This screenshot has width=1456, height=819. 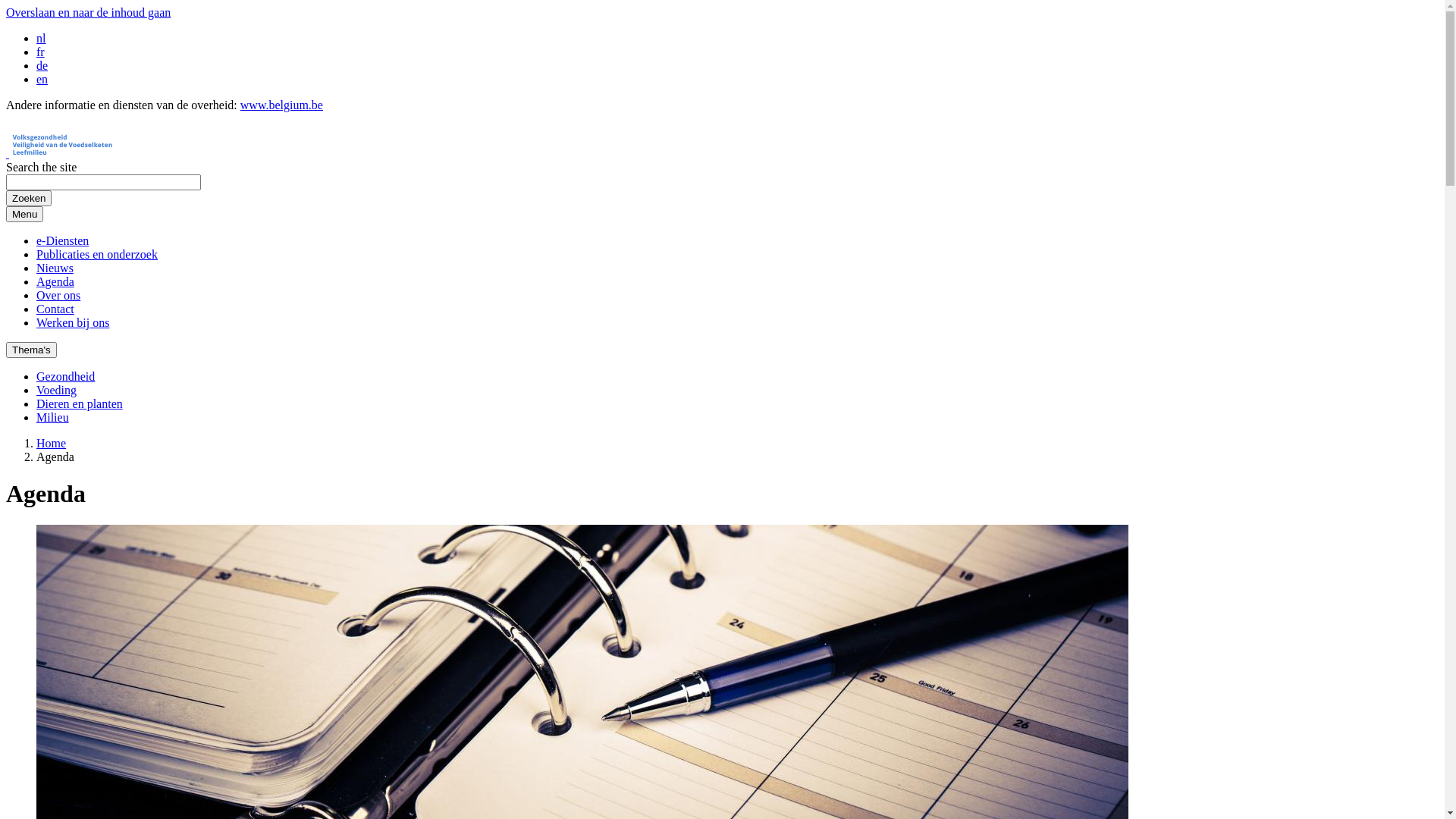 I want to click on 'www.belgium.be', so click(x=281, y=104).